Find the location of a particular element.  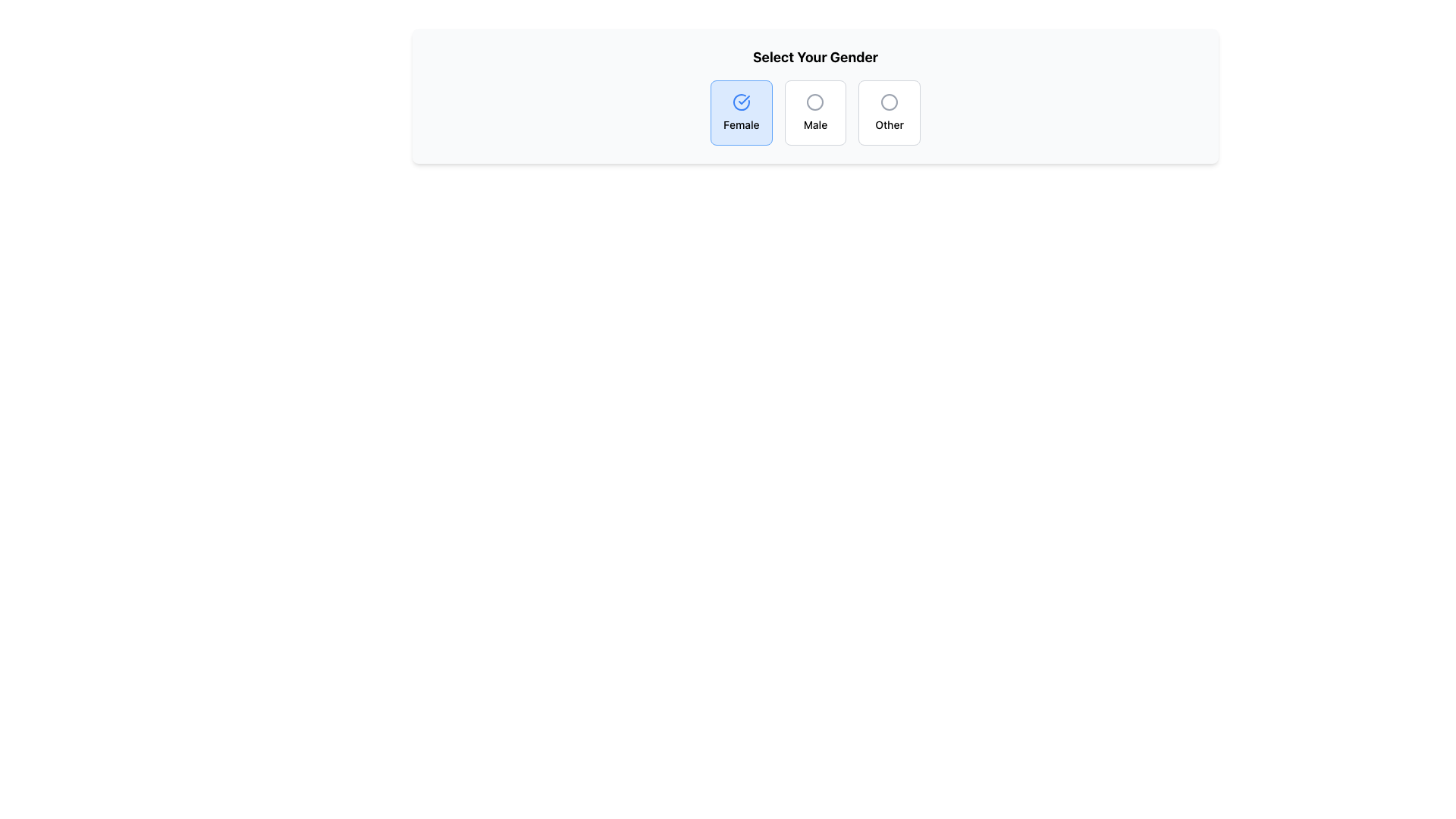

the selectable tile labeled 'Male' with a circular gray icon is located at coordinates (814, 112).